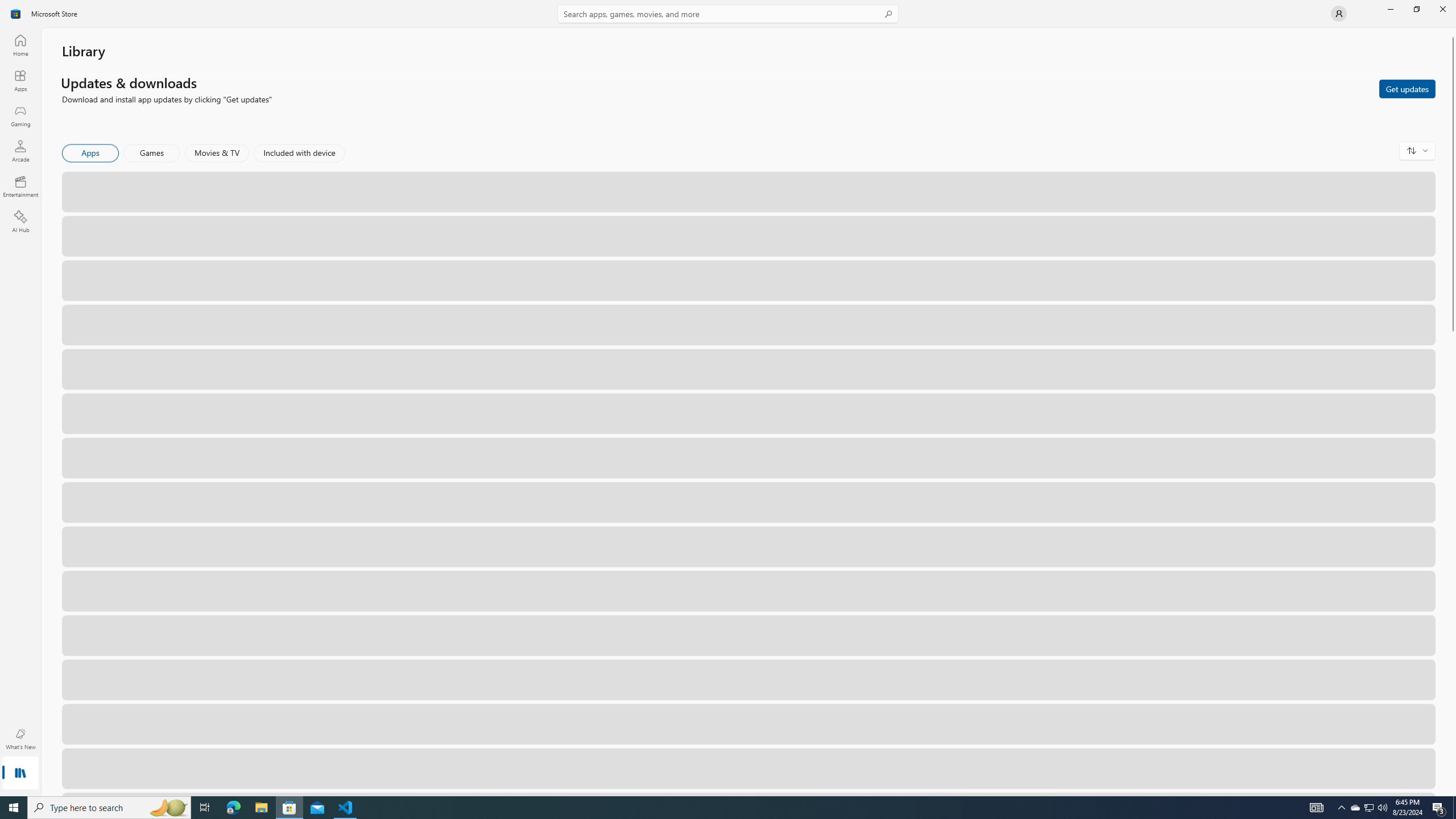 The width and height of the screenshot is (1456, 819). I want to click on 'Search', so click(728, 13).